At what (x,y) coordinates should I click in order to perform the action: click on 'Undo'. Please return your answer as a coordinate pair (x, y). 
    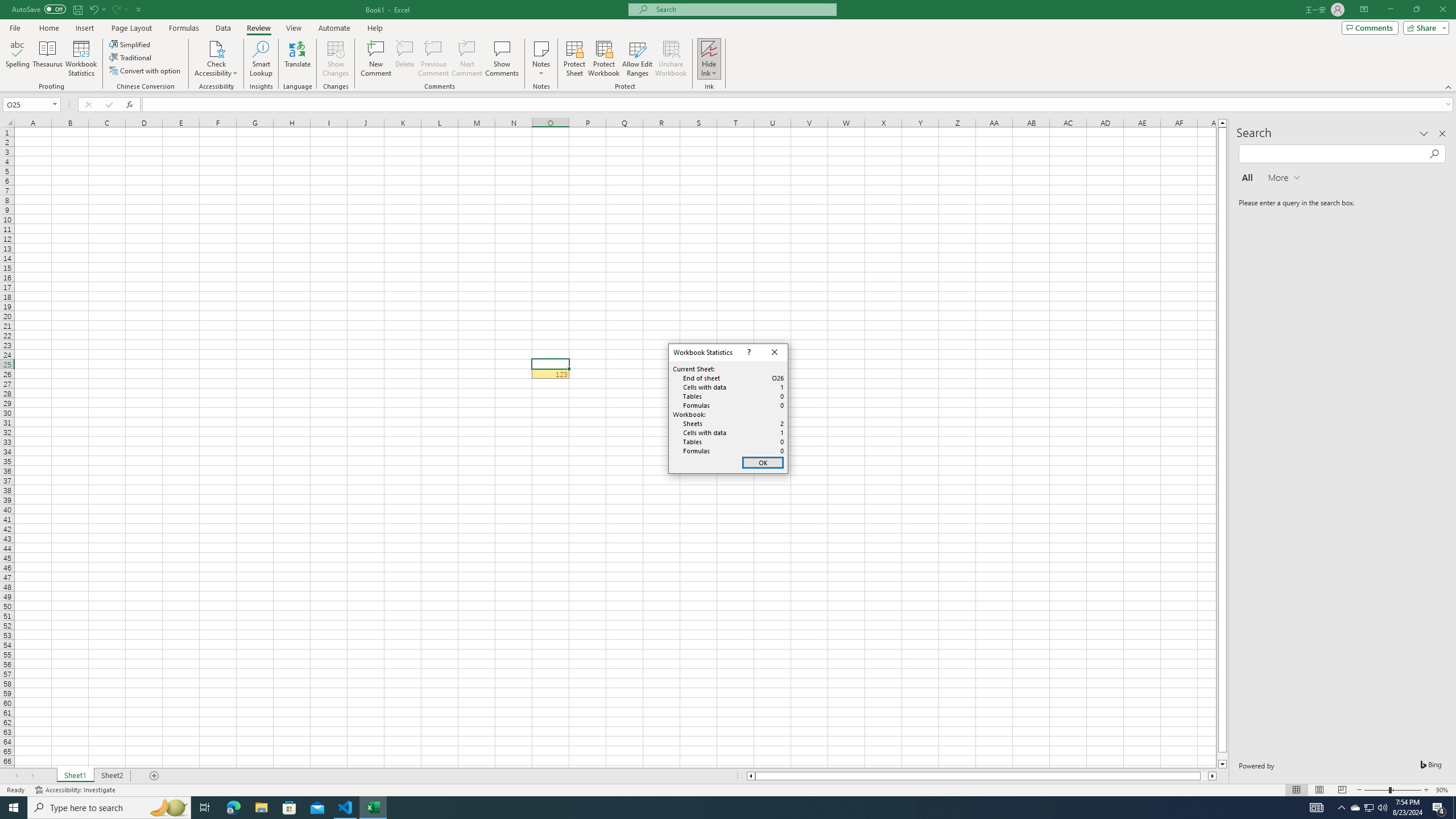
    Looking at the image, I should click on (93, 9).